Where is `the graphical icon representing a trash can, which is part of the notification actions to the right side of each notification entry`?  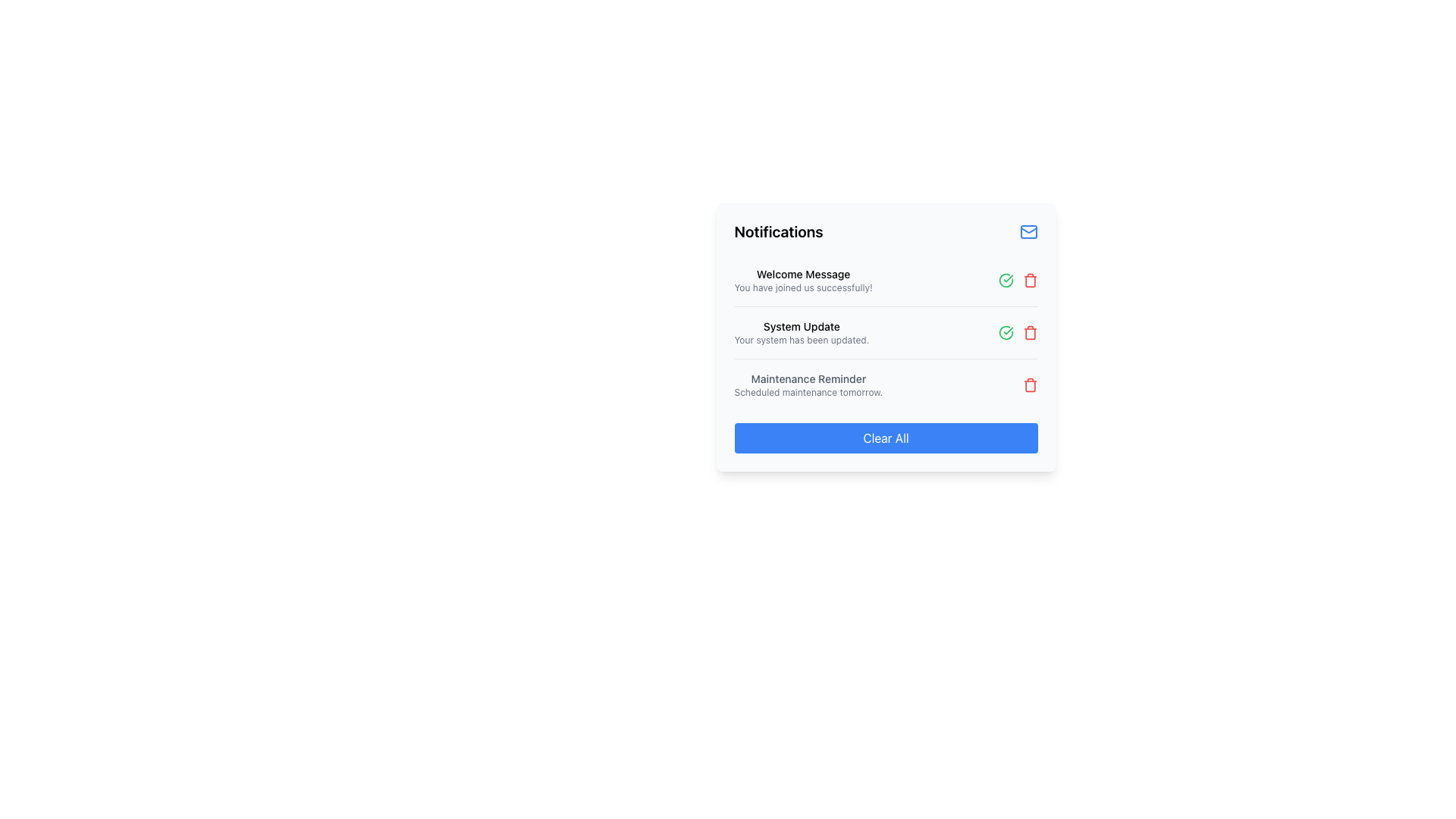
the graphical icon representing a trash can, which is part of the notification actions to the right side of each notification entry is located at coordinates (1030, 385).